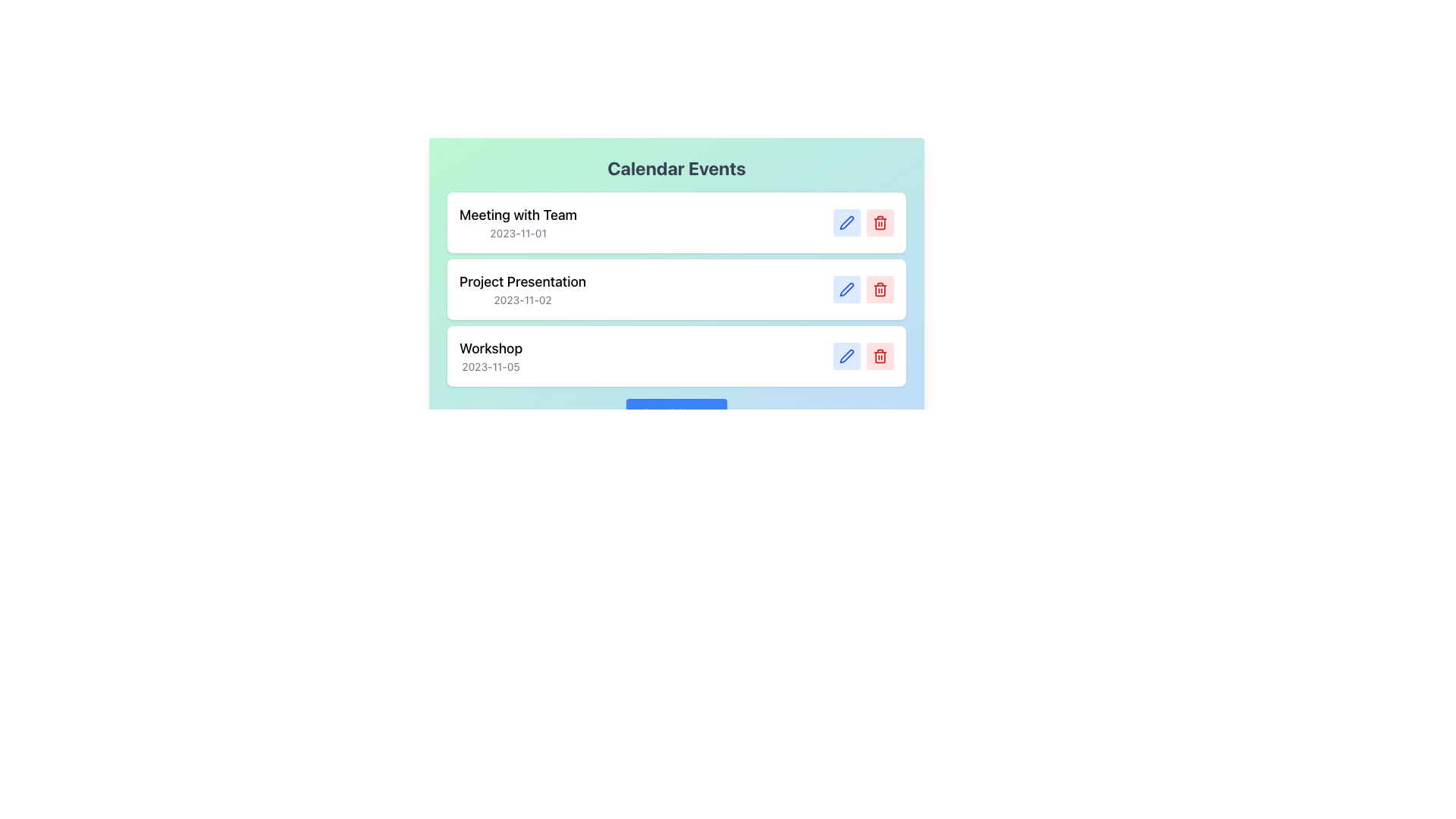 The height and width of the screenshot is (819, 1456). I want to click on displayed text in the Text display area that shows 'Workshop' and '2023-11-05', which is located at the bottom of the vertical list of events, specifically below the 'Project Presentation' entry, so click(491, 356).